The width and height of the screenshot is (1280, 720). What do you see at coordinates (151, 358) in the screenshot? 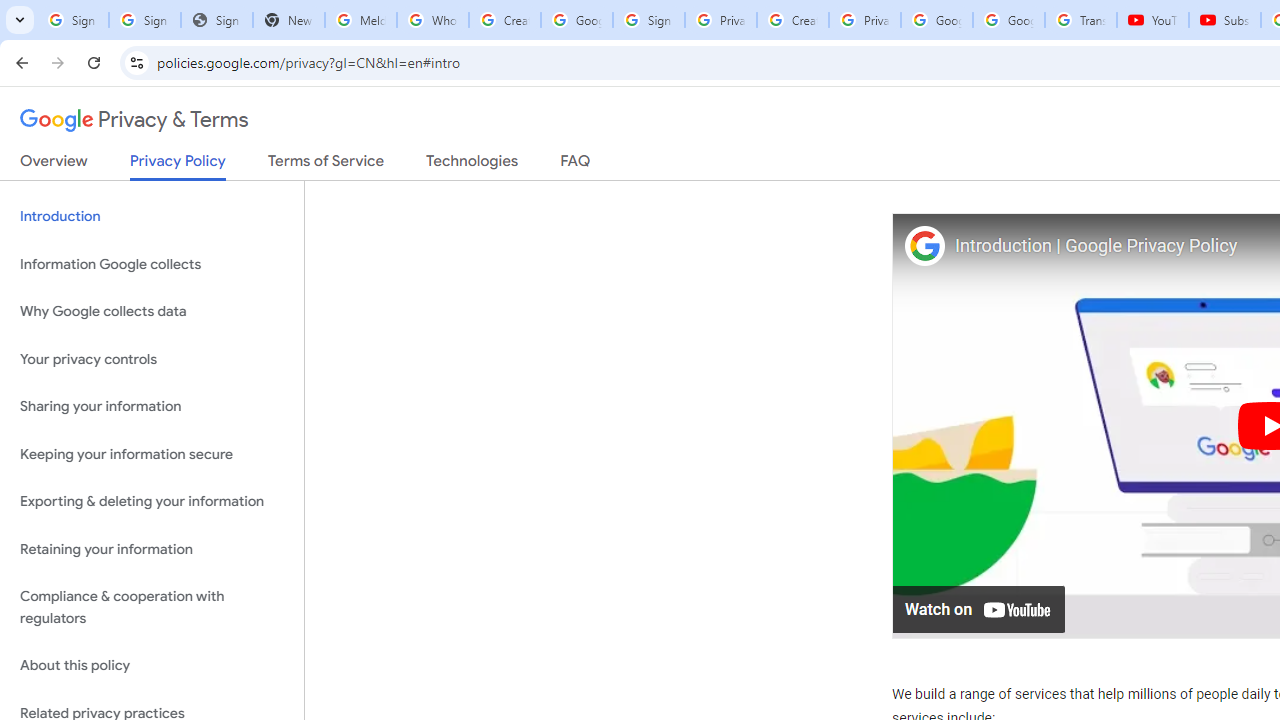
I see `'Your privacy controls'` at bounding box center [151, 358].